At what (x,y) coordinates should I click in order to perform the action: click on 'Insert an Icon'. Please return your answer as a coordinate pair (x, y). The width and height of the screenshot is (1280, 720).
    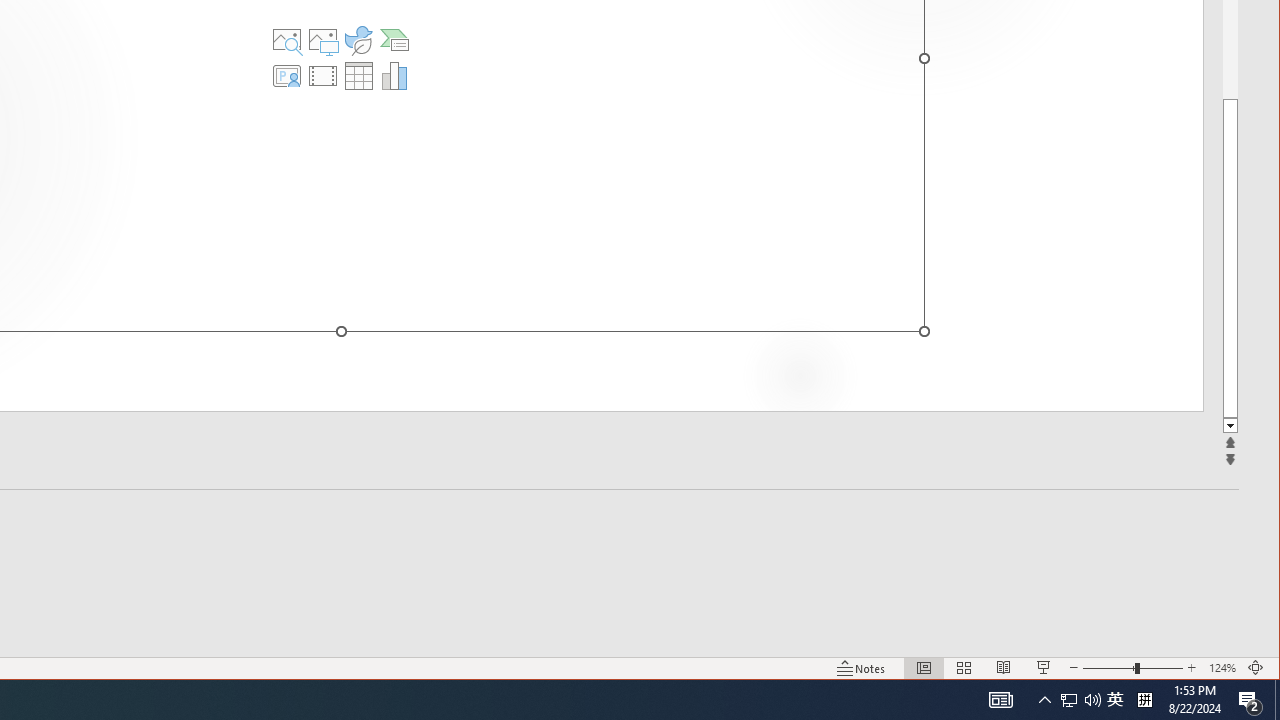
    Looking at the image, I should click on (359, 39).